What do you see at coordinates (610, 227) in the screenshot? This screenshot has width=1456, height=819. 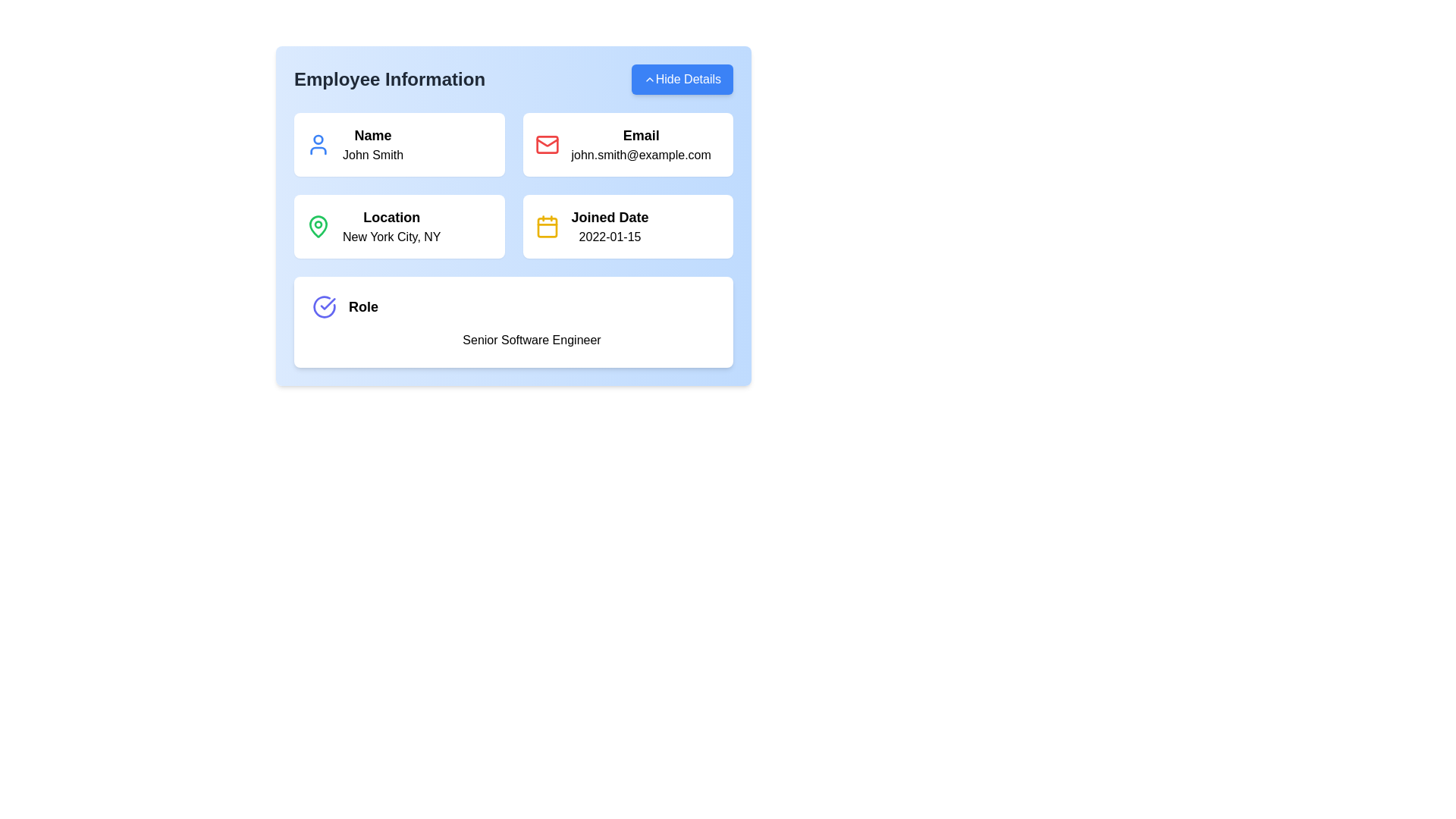 I see `text field labeled 'Joined Date' which displays the date '2022-01-15', located in the bottom-right subsection of the Employee Information panel` at bounding box center [610, 227].